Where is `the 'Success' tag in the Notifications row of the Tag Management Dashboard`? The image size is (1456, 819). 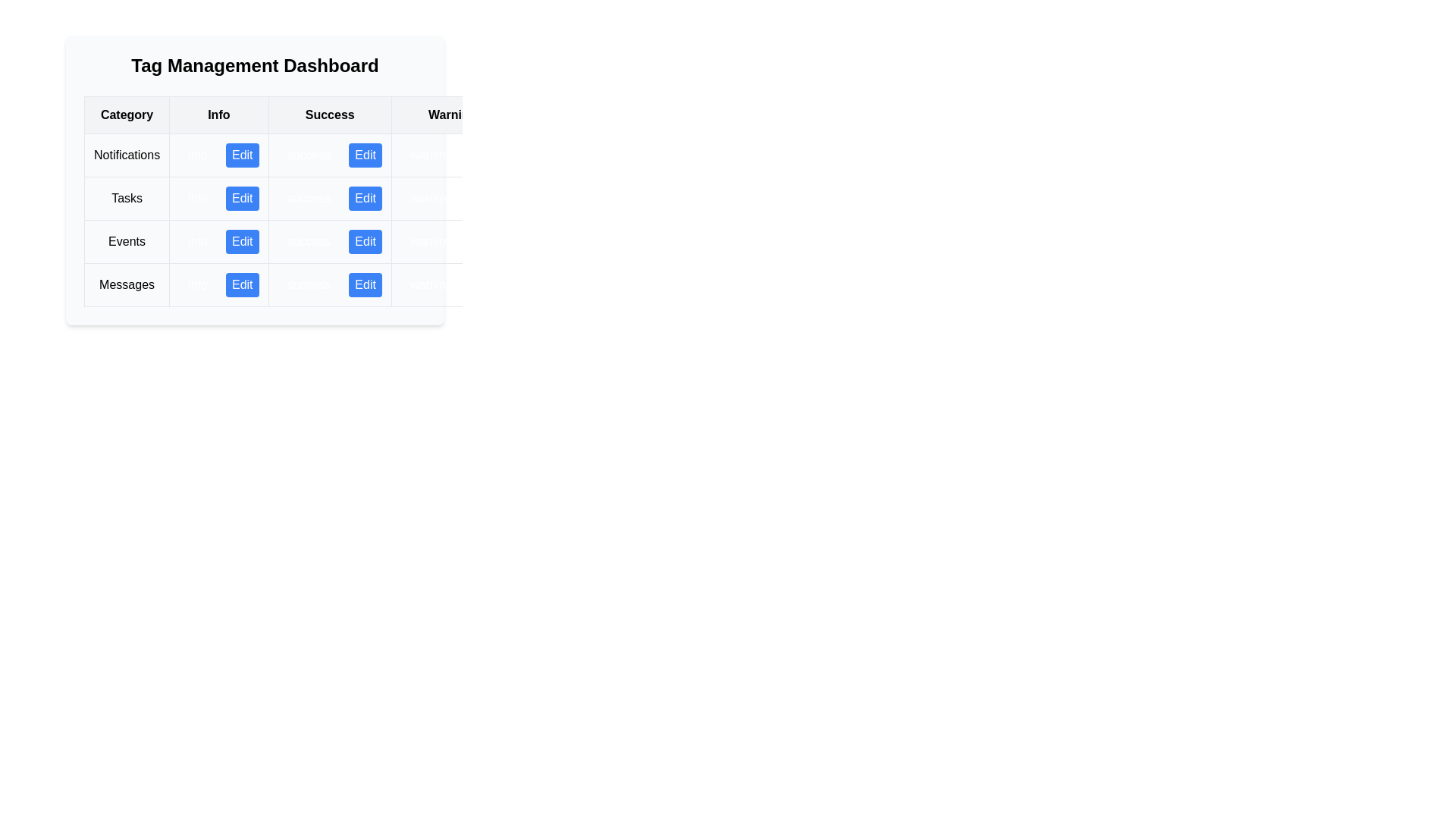 the 'Success' tag in the Notifications row of the Tag Management Dashboard is located at coordinates (329, 155).